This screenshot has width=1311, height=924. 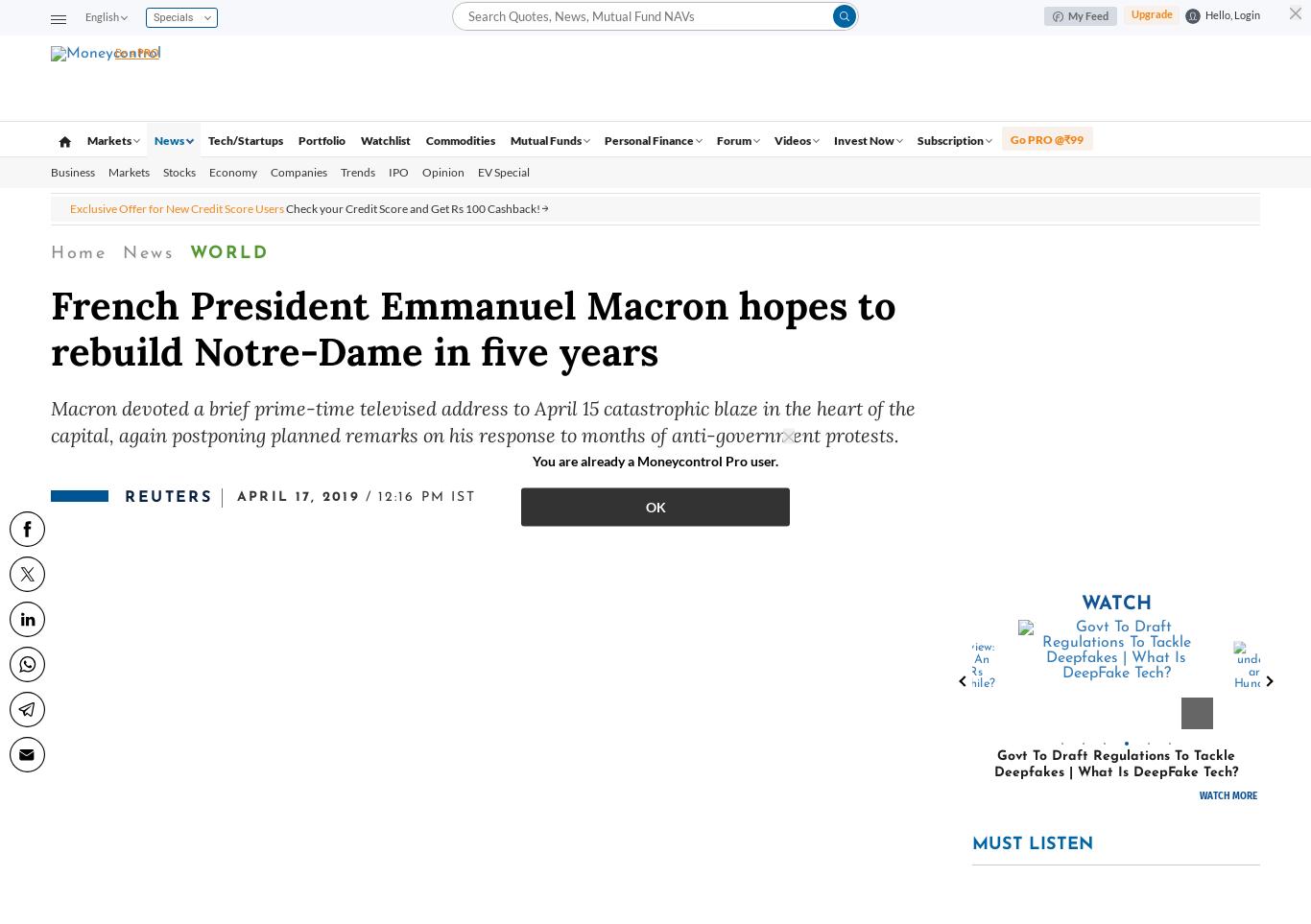 I want to click on 'Go PRO @₹99', so click(x=1045, y=139).